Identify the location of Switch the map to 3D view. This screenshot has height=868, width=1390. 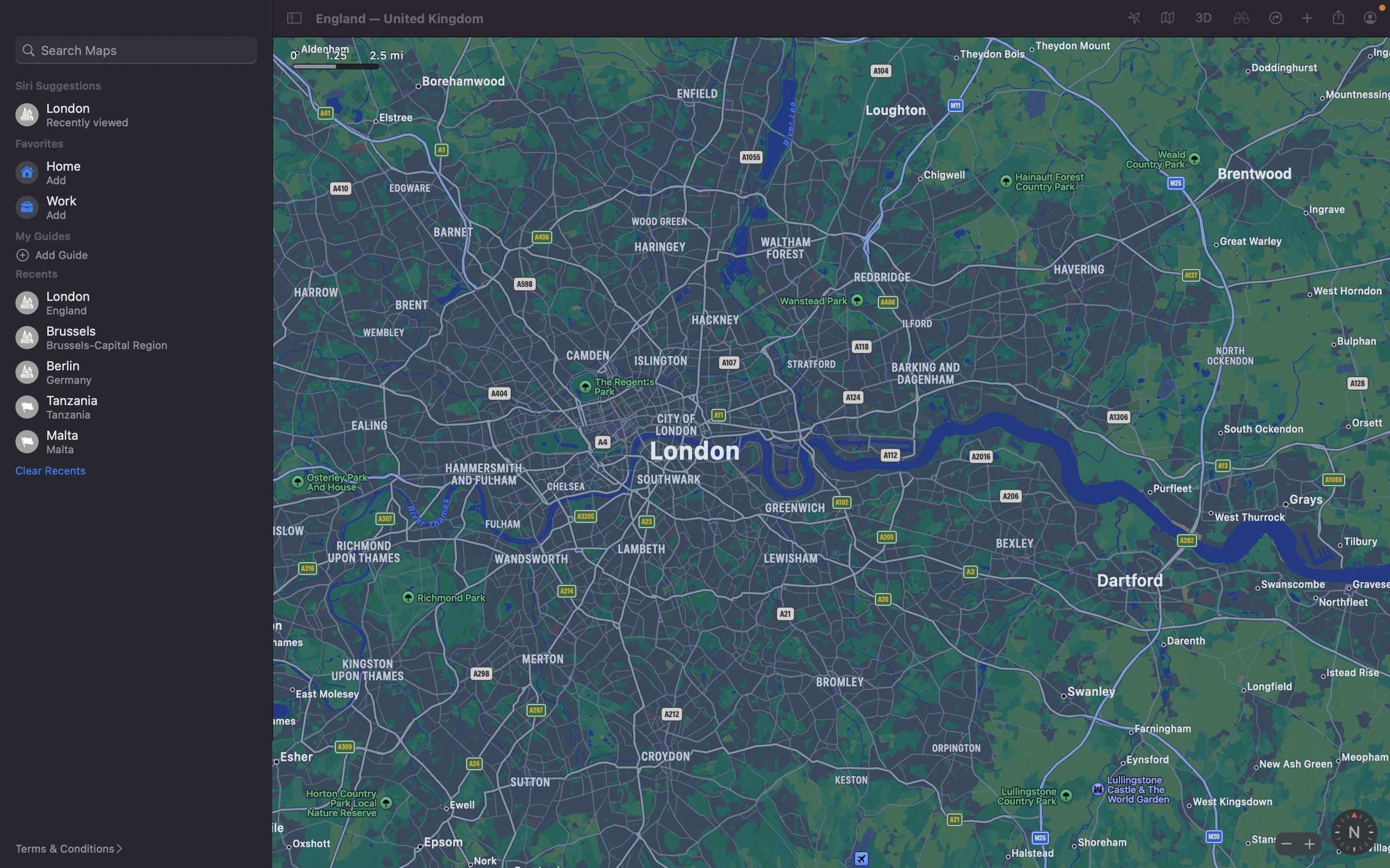
(1202, 17).